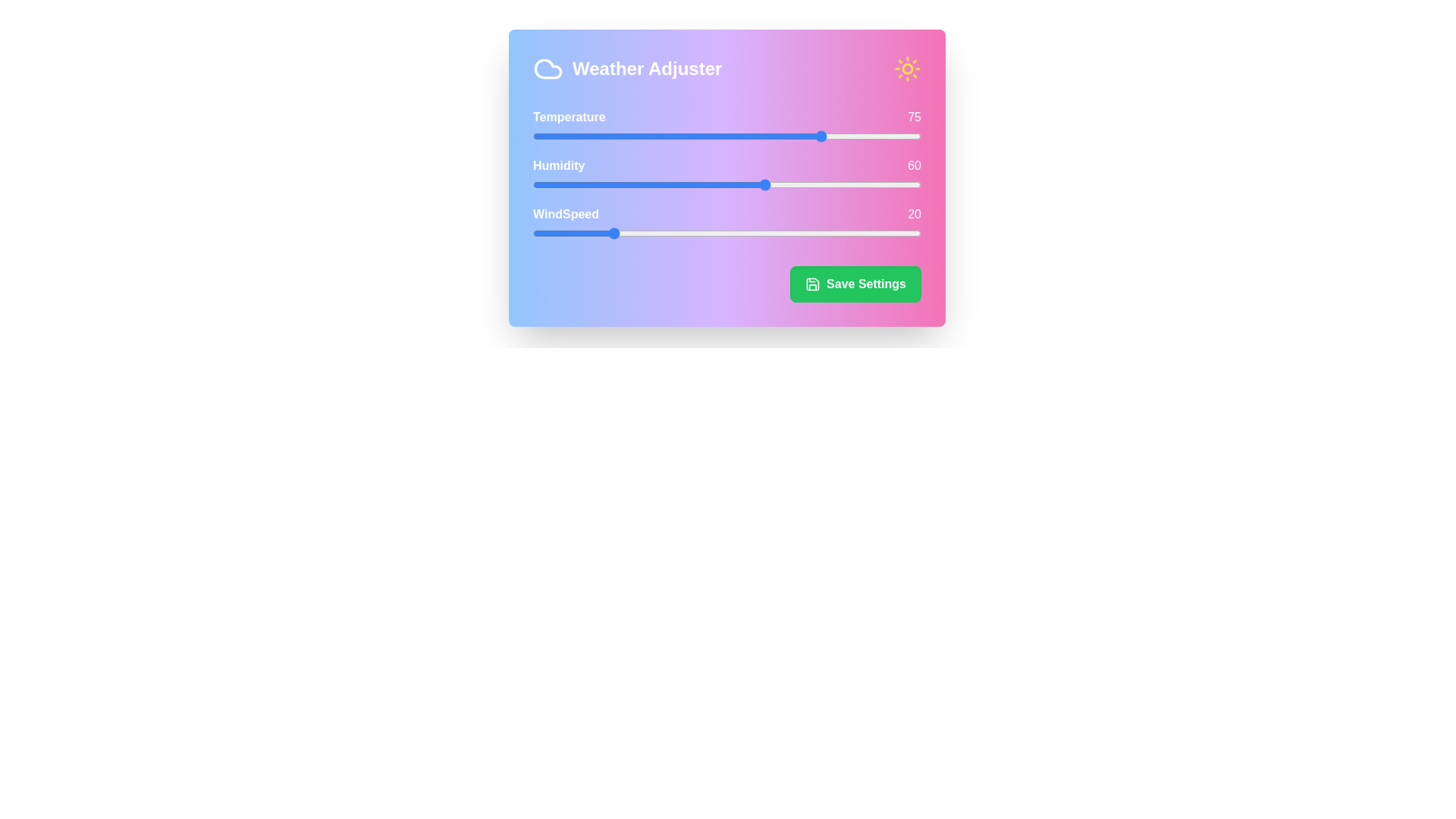  Describe the element at coordinates (914, 166) in the screenshot. I see `the numeric label displaying '60' in white color, styled with a modern sans-serif font, located to the right of the 'Humidity' label within the 'Weather Adjuster' card` at that location.